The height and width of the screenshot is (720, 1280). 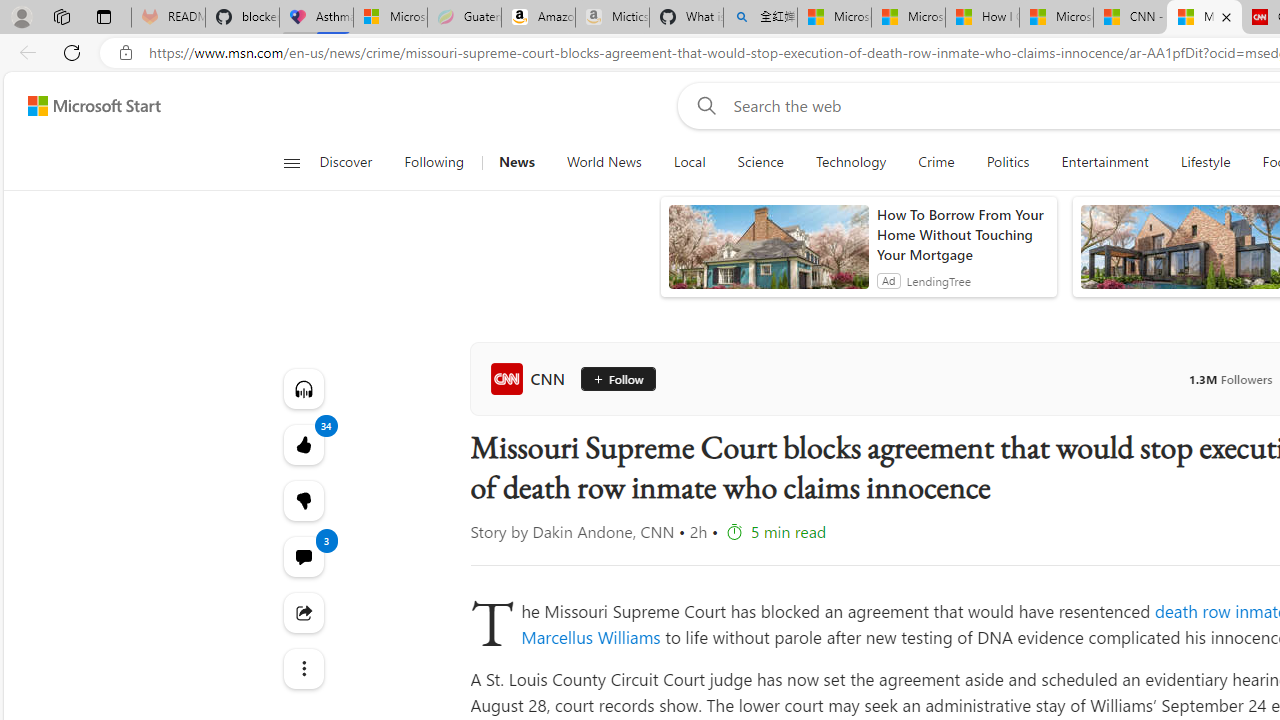 What do you see at coordinates (603, 162) in the screenshot?
I see `'World News'` at bounding box center [603, 162].